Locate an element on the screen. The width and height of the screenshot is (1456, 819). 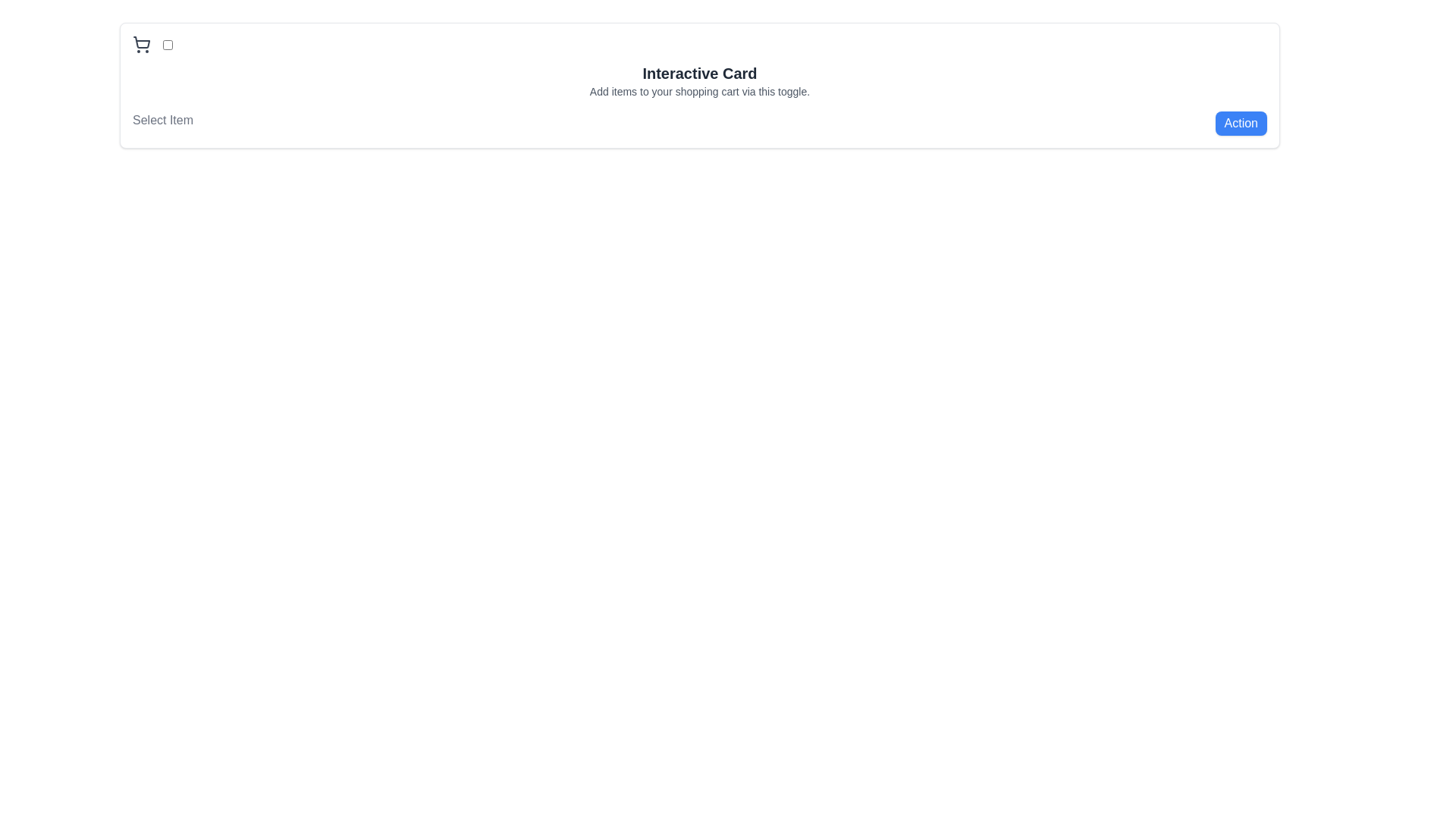
the interactive button labeled 'Action' is located at coordinates (1241, 122).